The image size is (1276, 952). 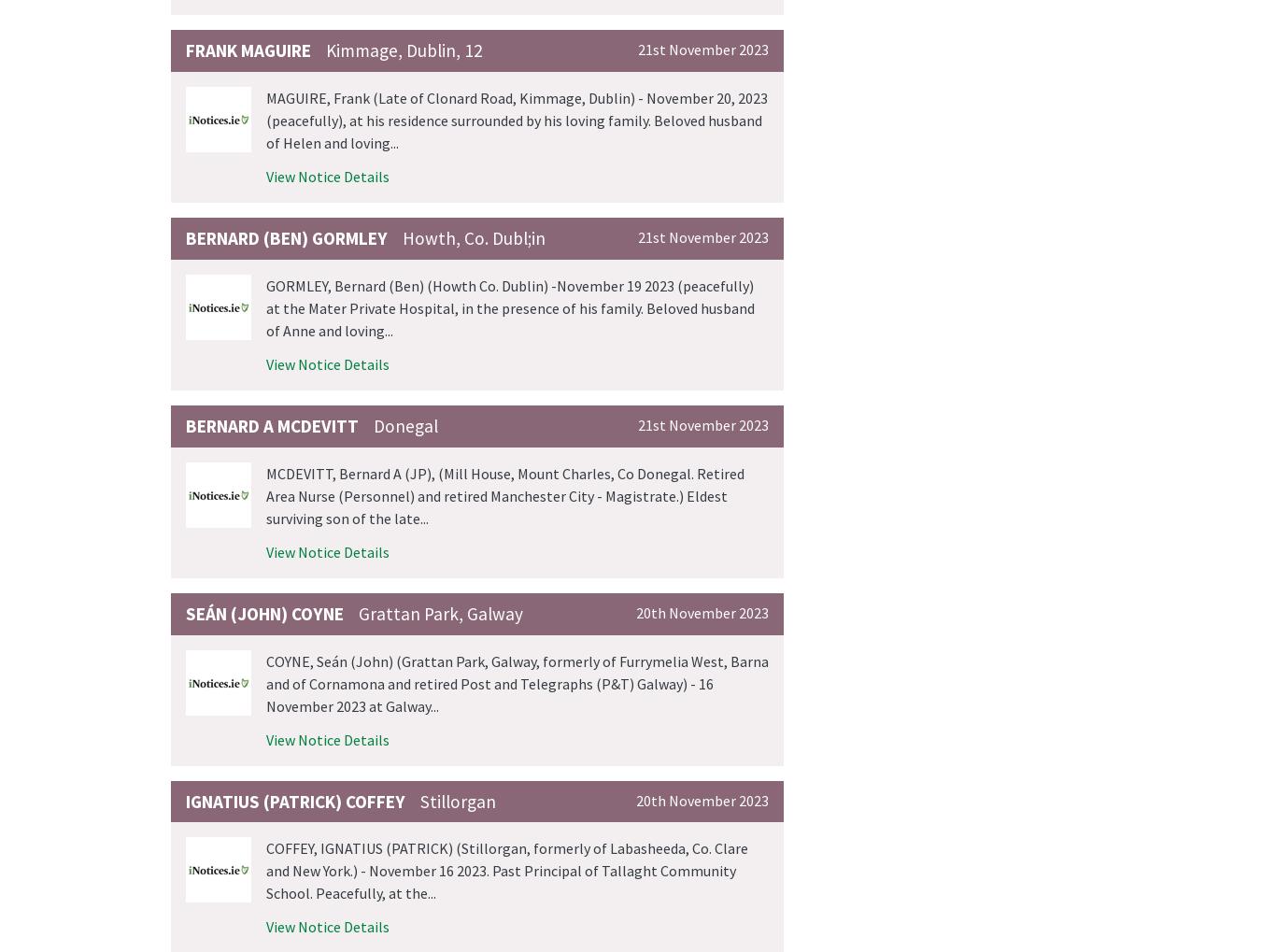 What do you see at coordinates (295, 799) in the screenshot?
I see `'IGNATIUS (PATRICK) Coffey'` at bounding box center [295, 799].